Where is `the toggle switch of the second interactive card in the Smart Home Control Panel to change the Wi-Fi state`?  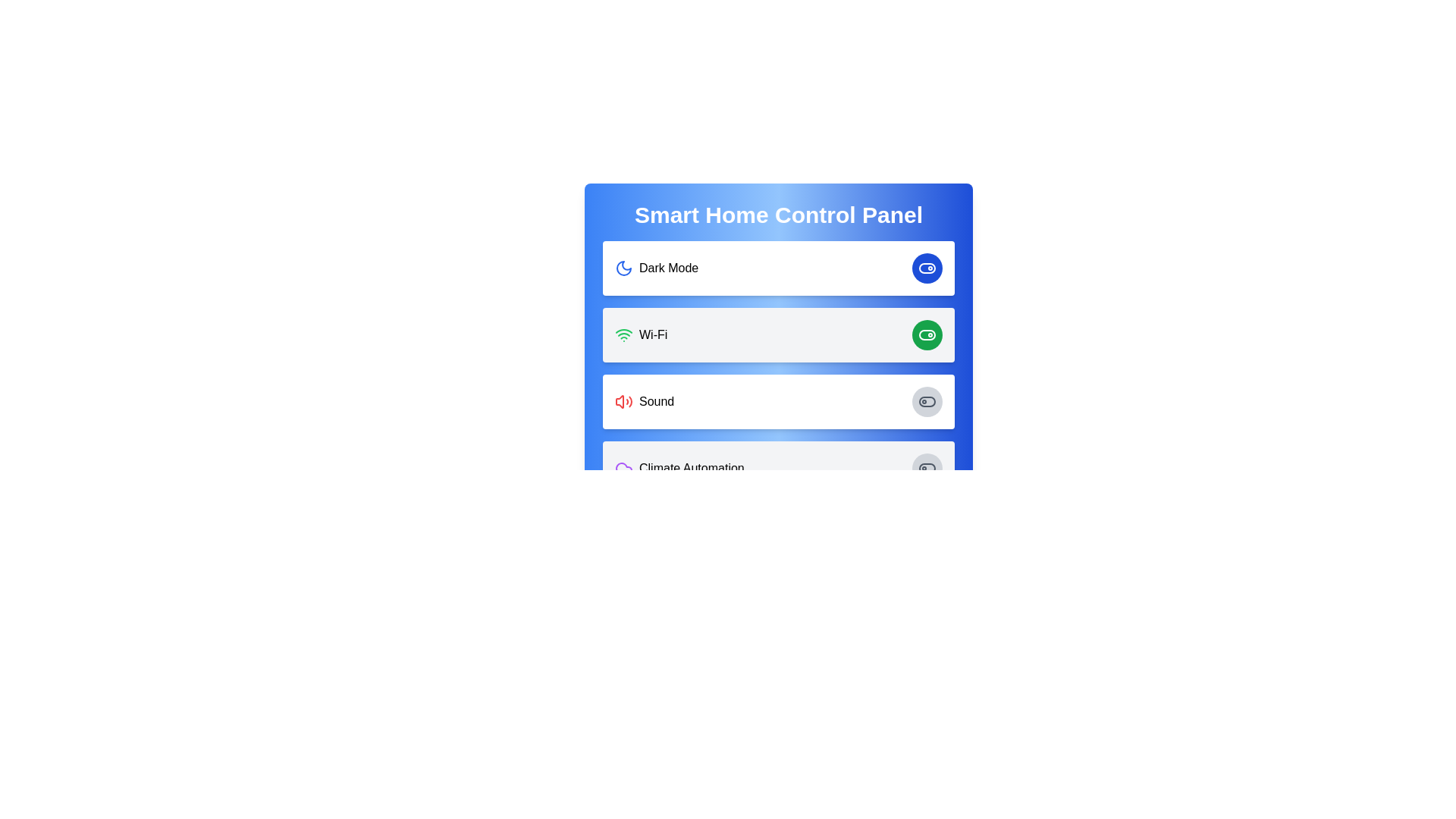
the toggle switch of the second interactive card in the Smart Home Control Panel to change the Wi-Fi state is located at coordinates (779, 334).